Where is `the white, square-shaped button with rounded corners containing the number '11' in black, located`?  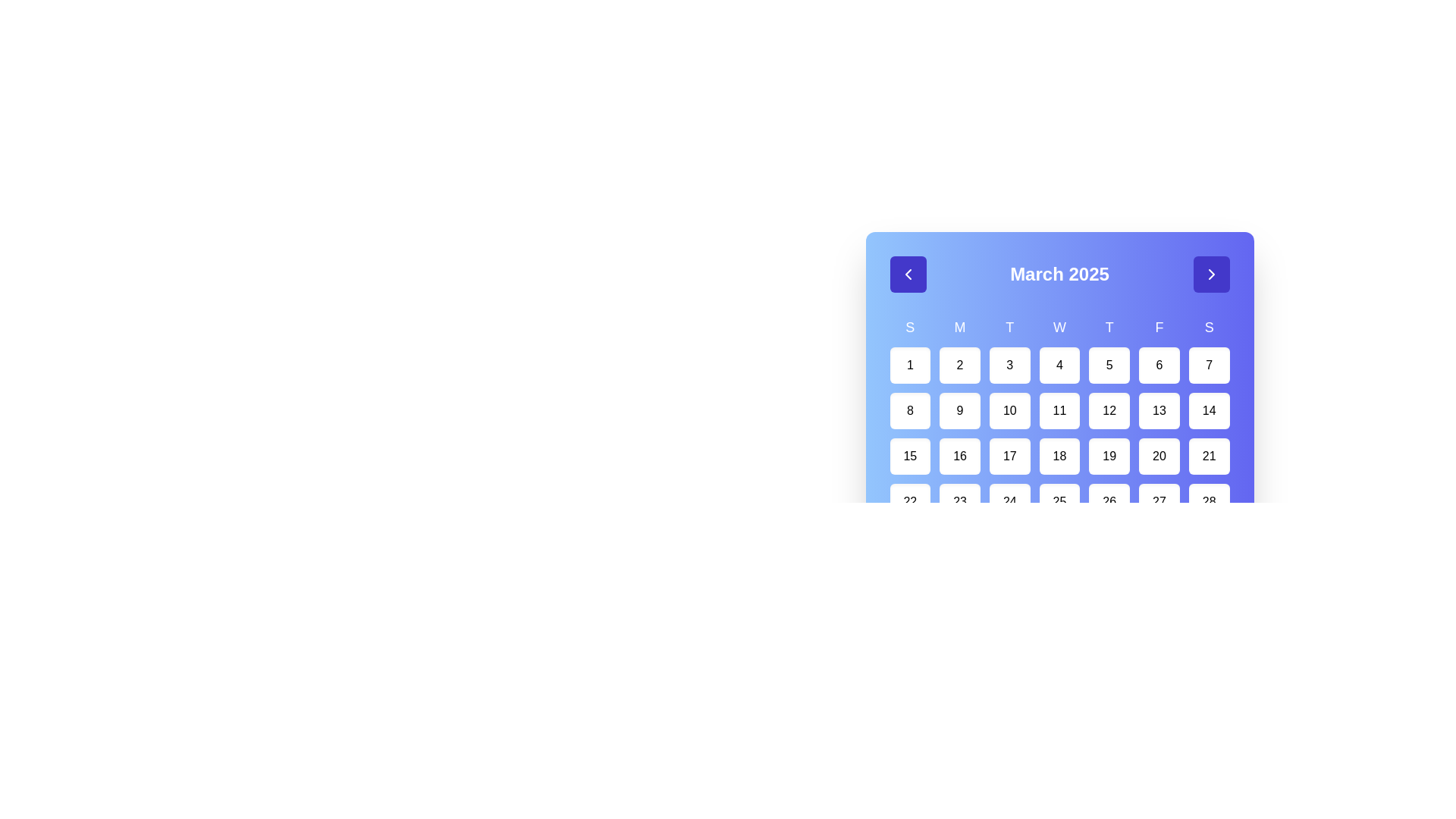
the white, square-shaped button with rounded corners containing the number '11' in black, located is located at coordinates (1059, 411).